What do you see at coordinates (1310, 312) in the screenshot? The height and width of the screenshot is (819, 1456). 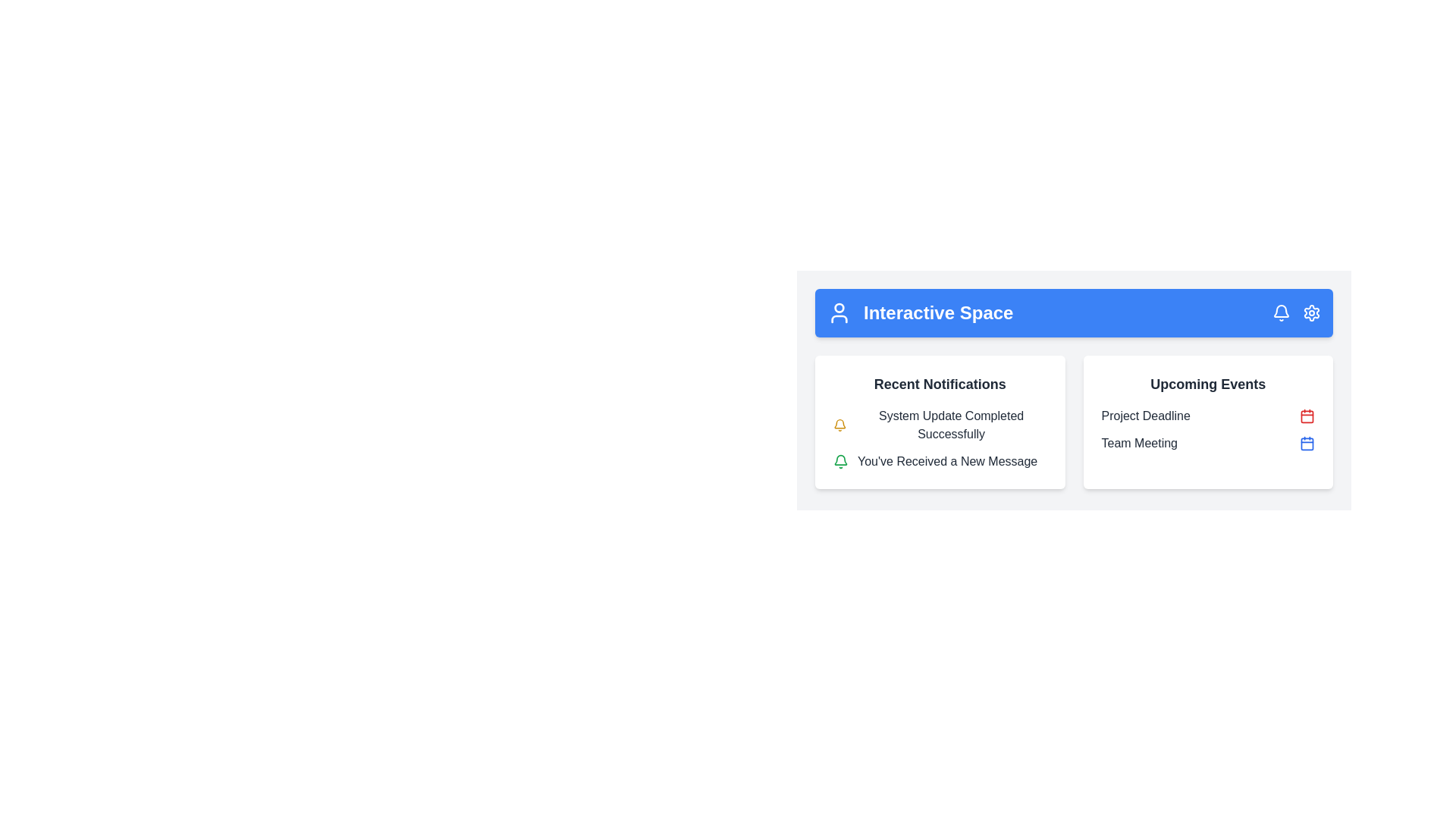 I see `the circular gear icon button located at the top-right corner of the blue interface header` at bounding box center [1310, 312].